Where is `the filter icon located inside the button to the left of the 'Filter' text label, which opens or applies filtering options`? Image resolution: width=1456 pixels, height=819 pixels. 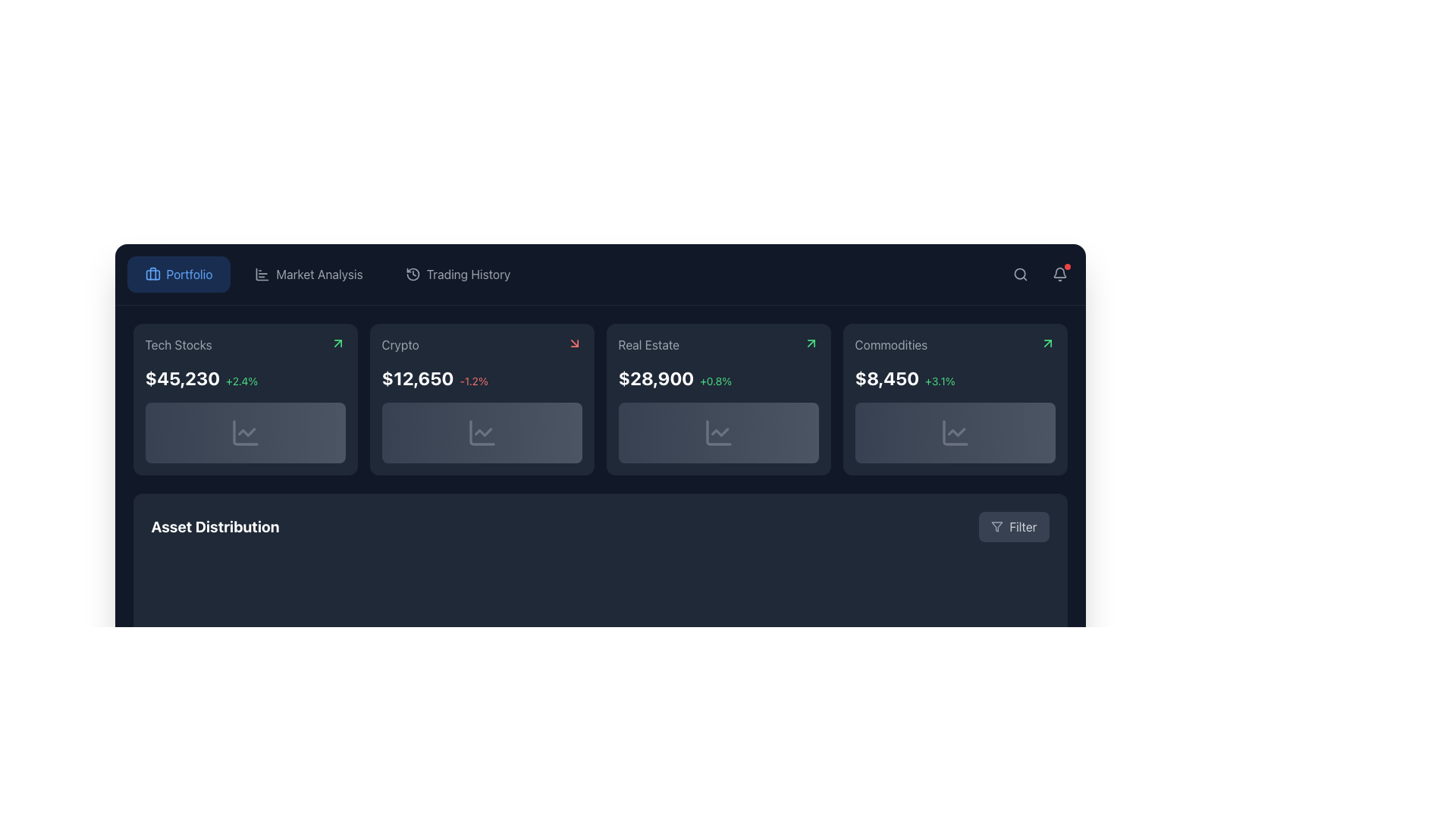 the filter icon located inside the button to the left of the 'Filter' text label, which opens or applies filtering options is located at coordinates (997, 526).